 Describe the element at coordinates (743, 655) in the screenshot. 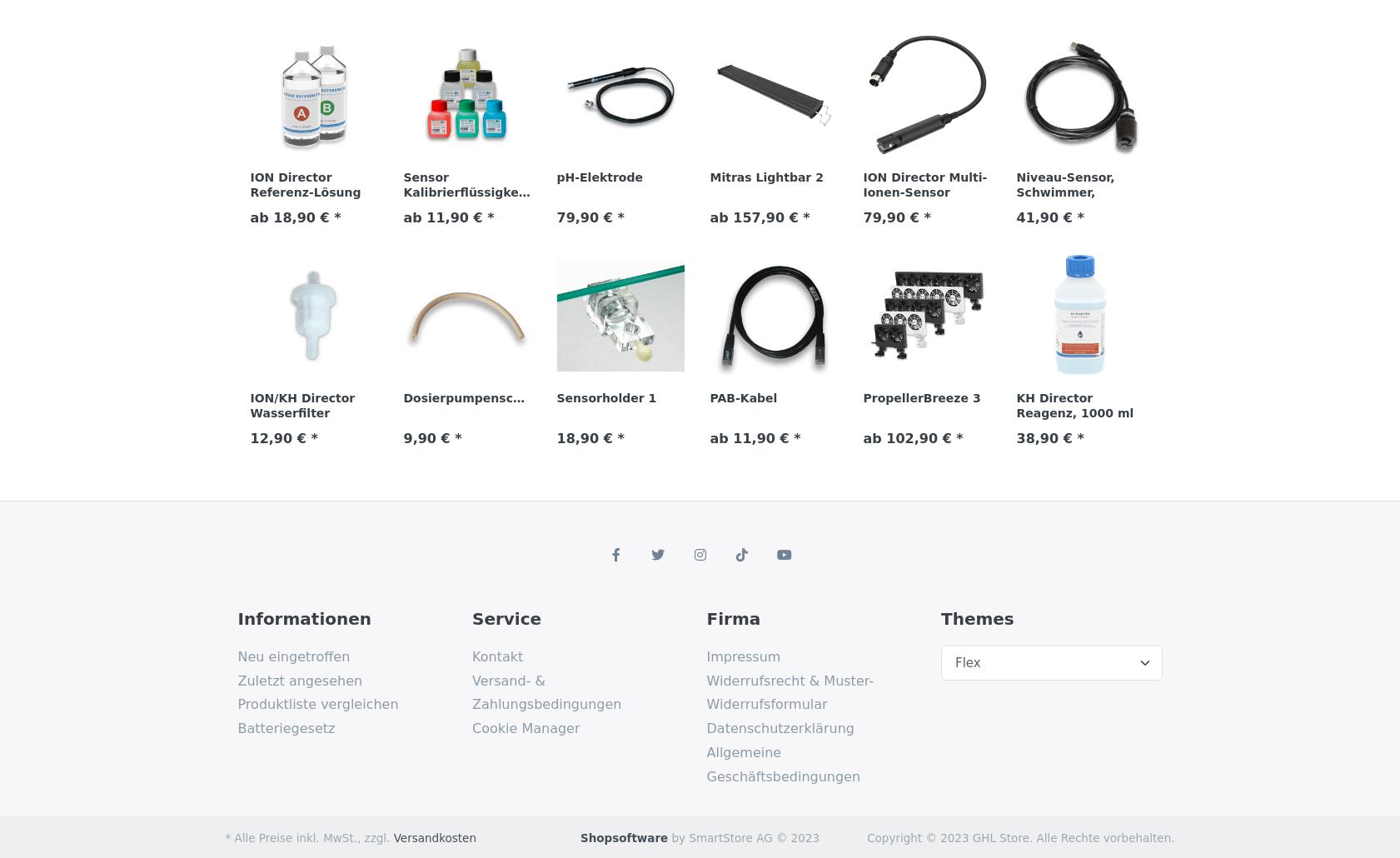

I see `'Impressum'` at that location.